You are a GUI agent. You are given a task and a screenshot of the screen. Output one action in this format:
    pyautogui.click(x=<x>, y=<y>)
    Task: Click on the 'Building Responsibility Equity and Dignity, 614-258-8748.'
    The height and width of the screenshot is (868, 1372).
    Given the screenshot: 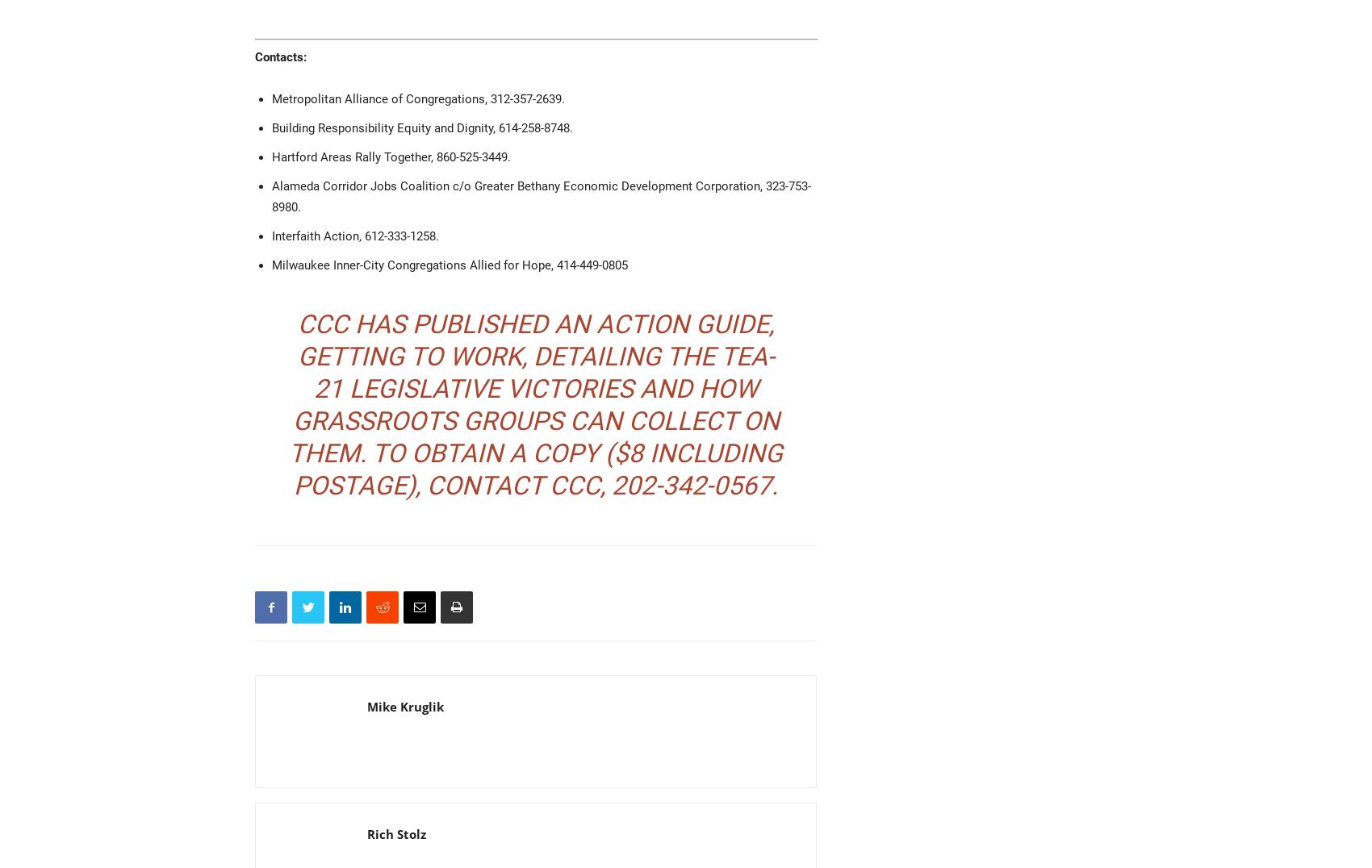 What is the action you would take?
    pyautogui.click(x=422, y=127)
    